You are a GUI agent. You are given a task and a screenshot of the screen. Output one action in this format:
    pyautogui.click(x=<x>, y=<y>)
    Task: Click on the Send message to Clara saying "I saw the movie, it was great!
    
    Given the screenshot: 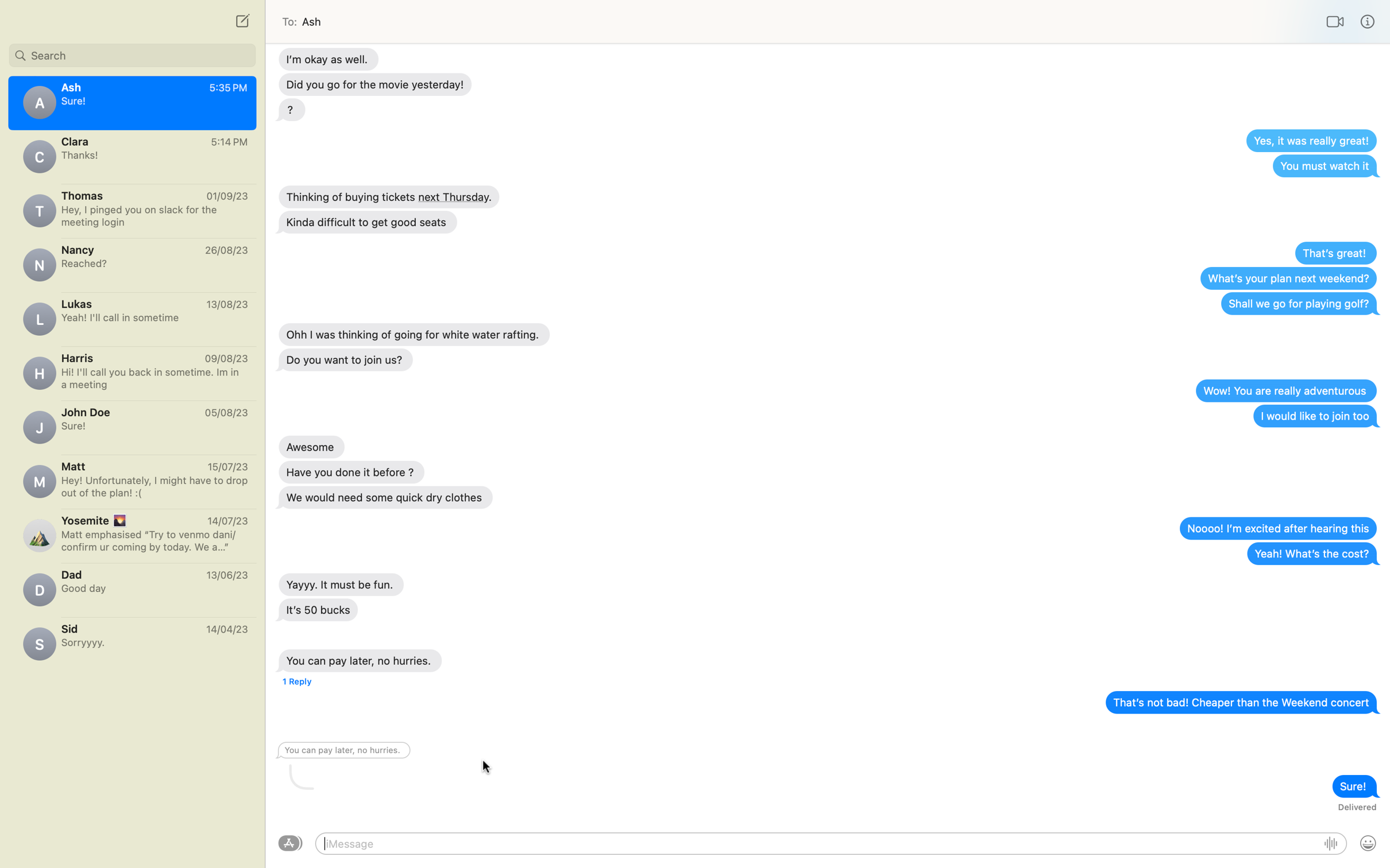 What is the action you would take?
    pyautogui.click(x=132, y=156)
    